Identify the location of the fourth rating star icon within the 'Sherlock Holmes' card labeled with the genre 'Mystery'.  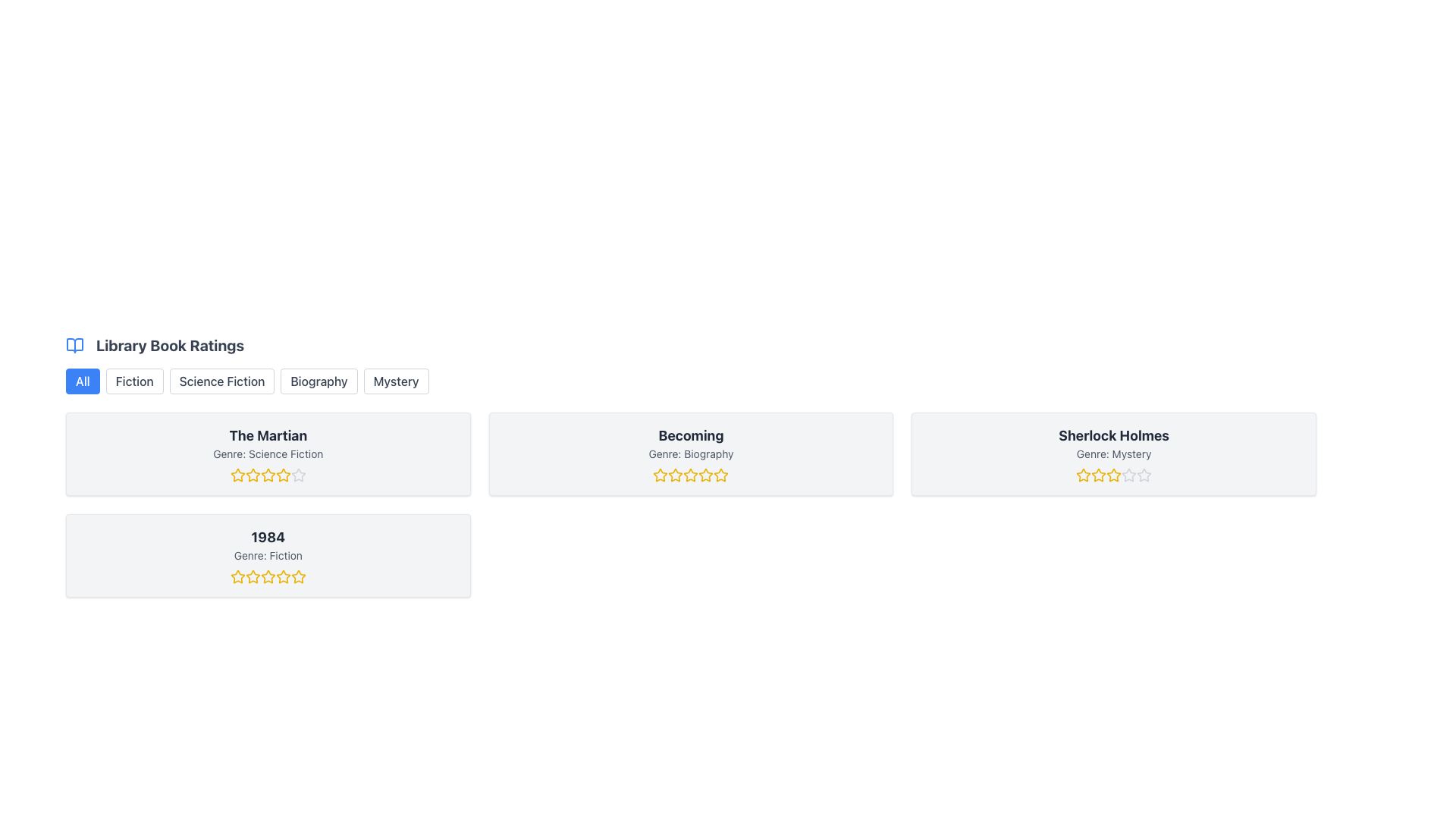
(1114, 475).